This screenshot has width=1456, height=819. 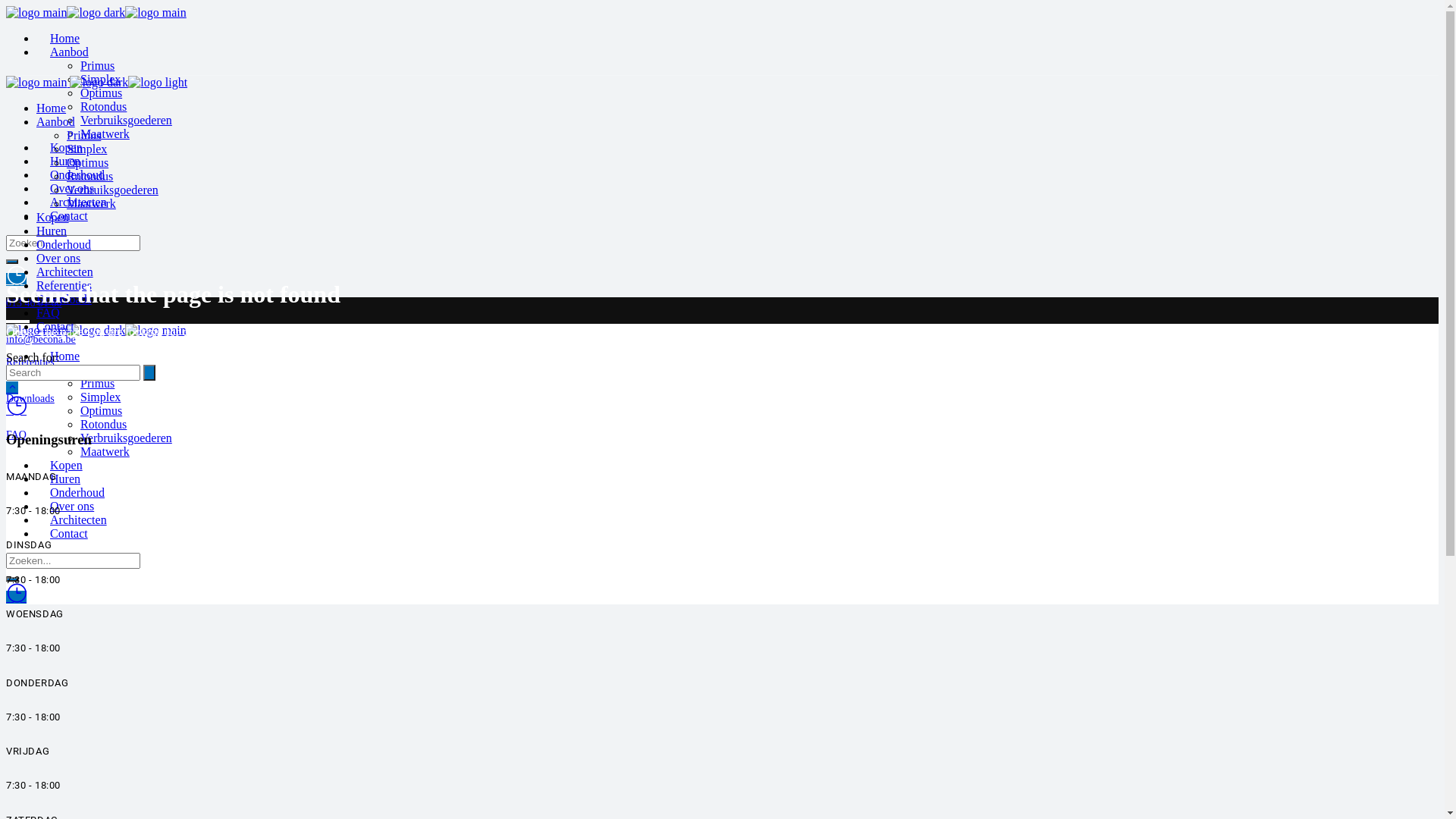 What do you see at coordinates (36, 243) in the screenshot?
I see `'Onderhoud'` at bounding box center [36, 243].